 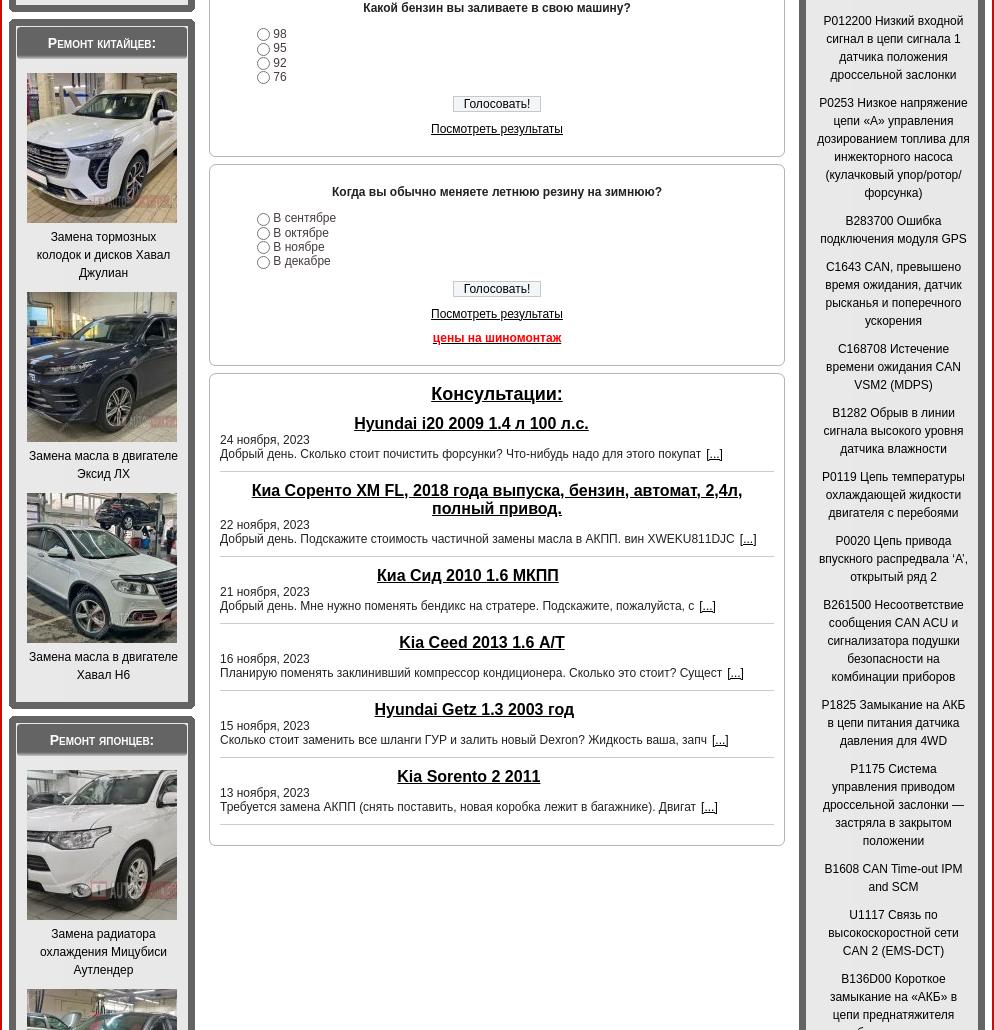 I want to click on 'P0119 Цепь температуры охлаждающей жидкости двигателя с перебоями', so click(x=892, y=494).